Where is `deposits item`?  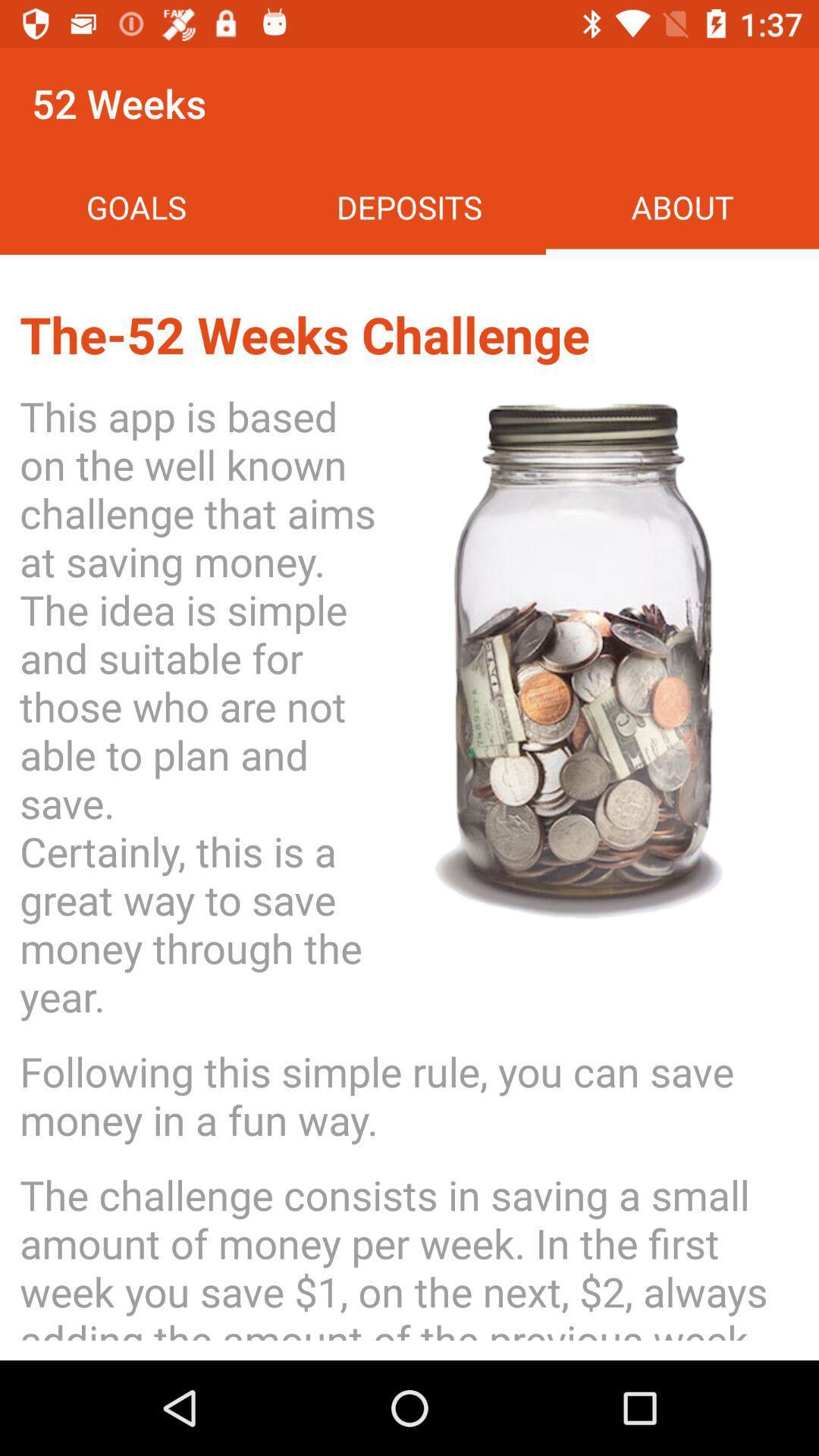
deposits item is located at coordinates (409, 206).